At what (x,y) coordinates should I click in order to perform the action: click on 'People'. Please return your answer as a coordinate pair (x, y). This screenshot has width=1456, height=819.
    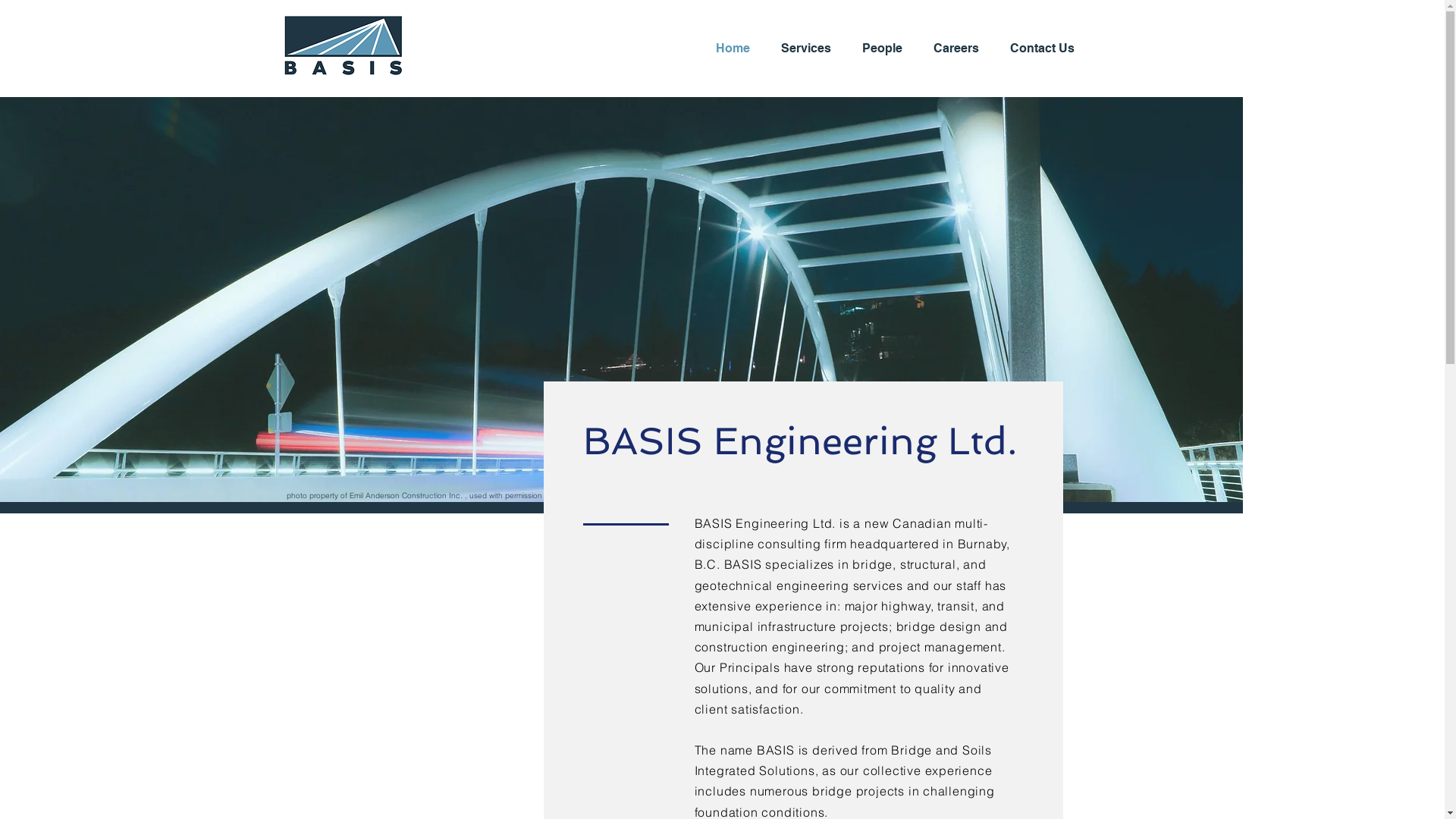
    Looking at the image, I should click on (886, 48).